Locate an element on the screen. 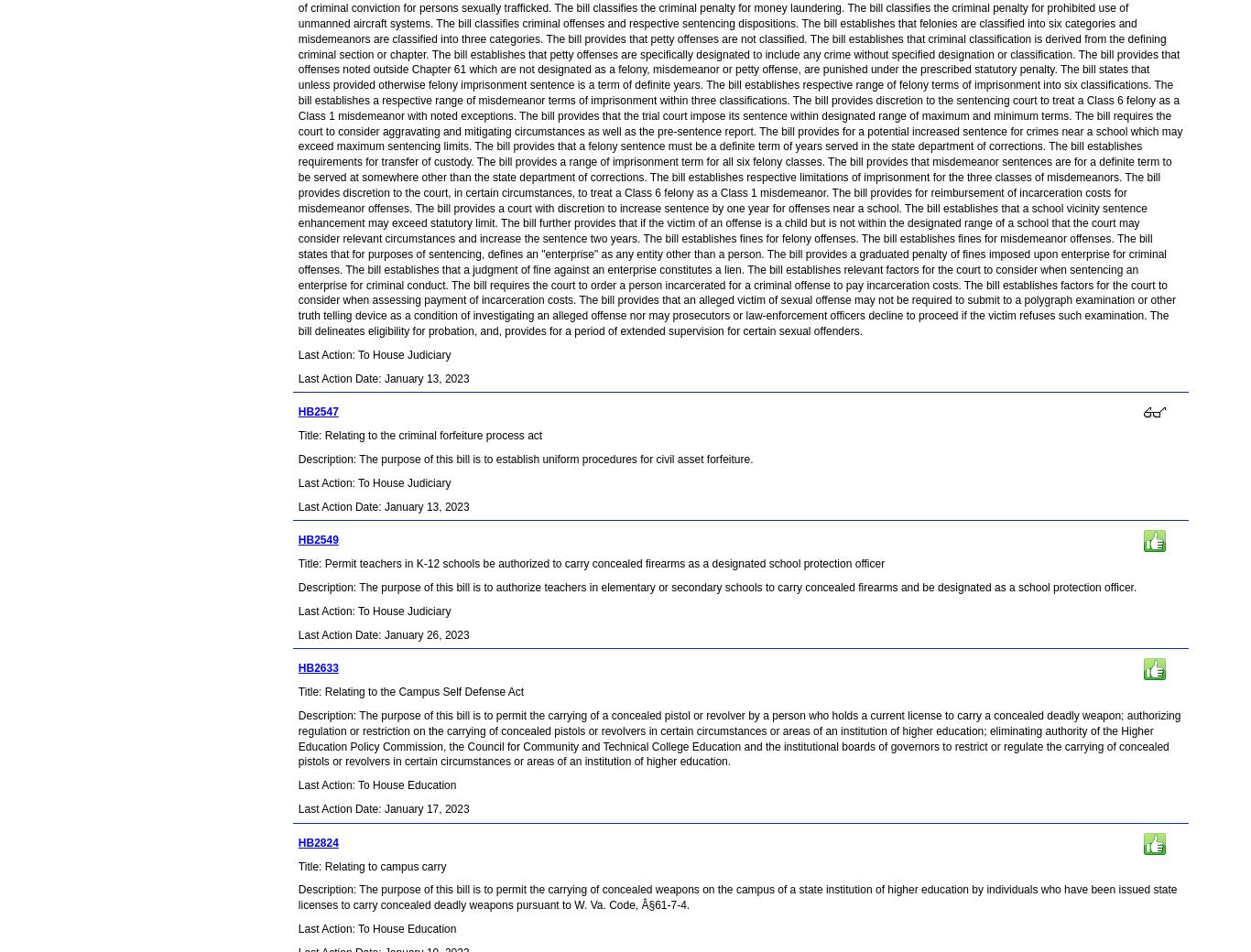  'HB2824' is located at coordinates (316, 841).